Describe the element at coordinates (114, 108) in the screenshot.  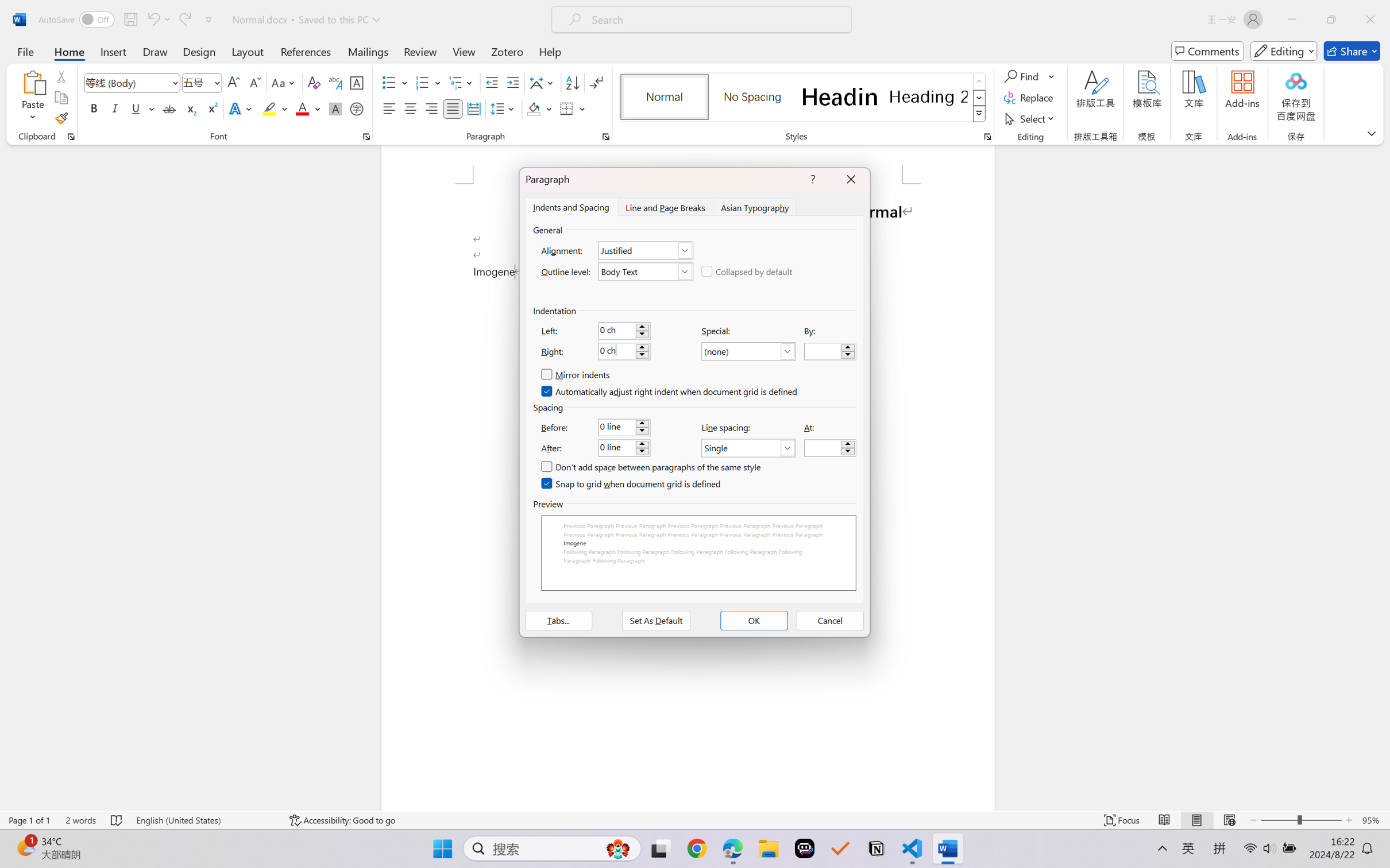
I see `'Italic'` at that location.